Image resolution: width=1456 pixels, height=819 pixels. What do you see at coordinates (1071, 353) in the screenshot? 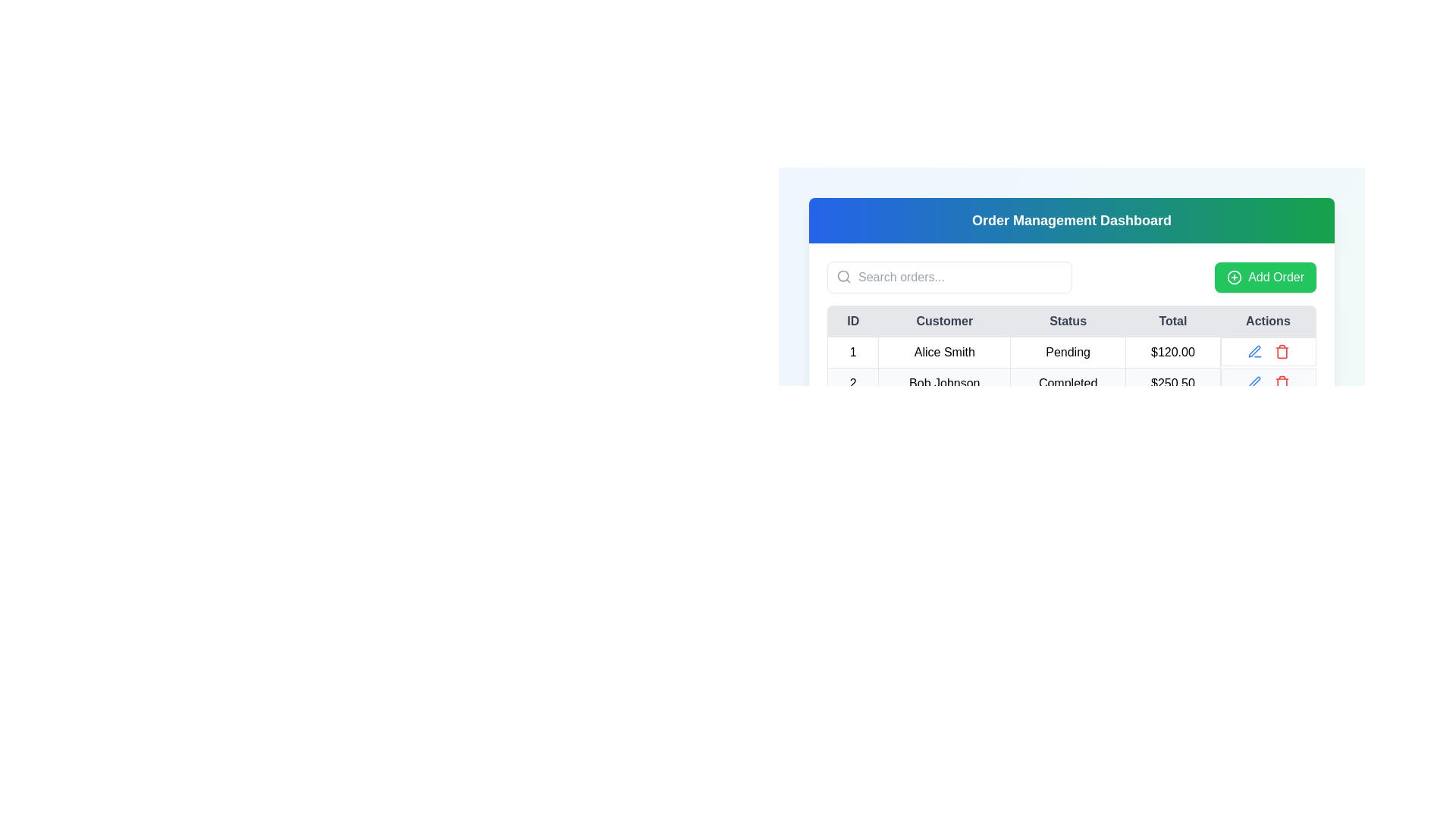
I see `the first row in the table, which includes 'ID' as '1', 'Customer' as 'Alice Smith', 'Status' as 'Pending', and 'Total' as '$120.00'` at bounding box center [1071, 353].